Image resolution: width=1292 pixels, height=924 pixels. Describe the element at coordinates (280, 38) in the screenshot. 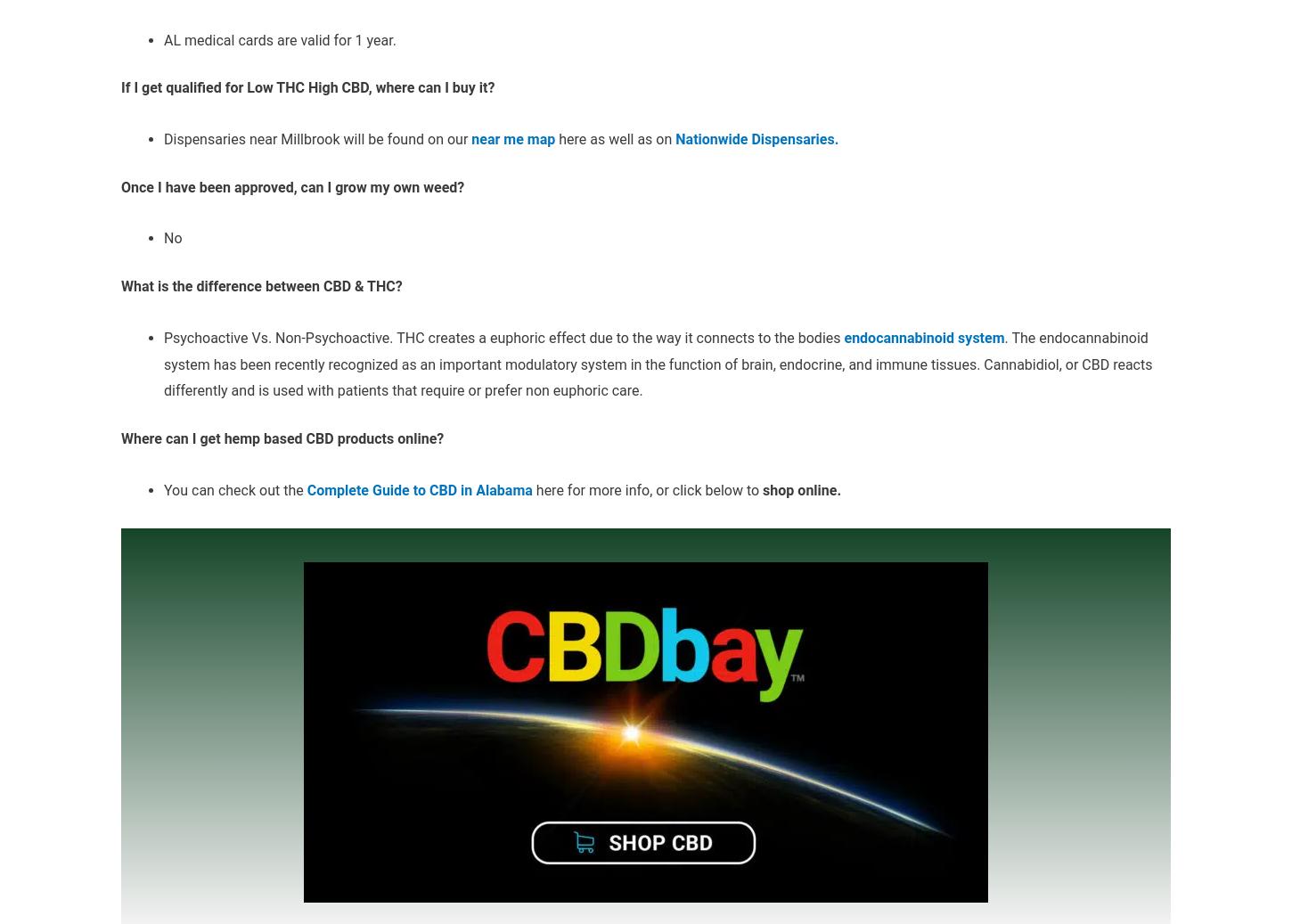

I see `'AL medical cards are valid for 1 year.'` at that location.